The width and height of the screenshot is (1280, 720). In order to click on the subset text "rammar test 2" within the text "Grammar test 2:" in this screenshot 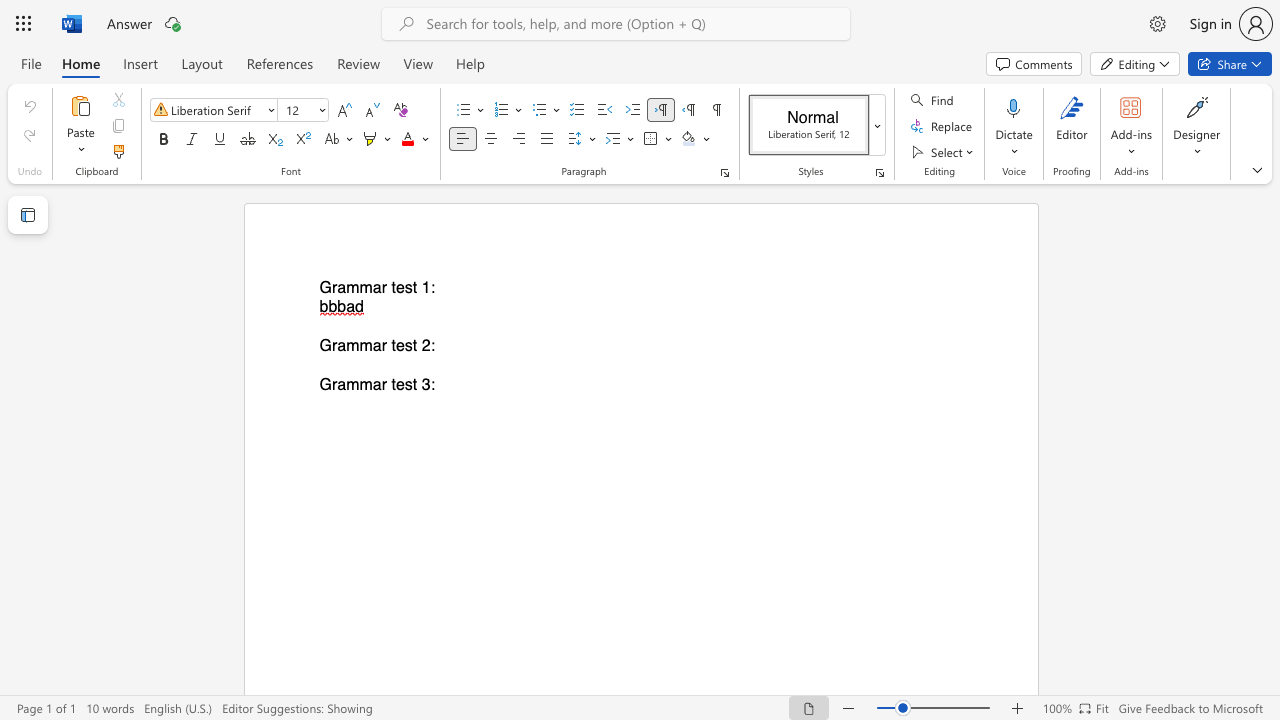, I will do `click(331, 345)`.